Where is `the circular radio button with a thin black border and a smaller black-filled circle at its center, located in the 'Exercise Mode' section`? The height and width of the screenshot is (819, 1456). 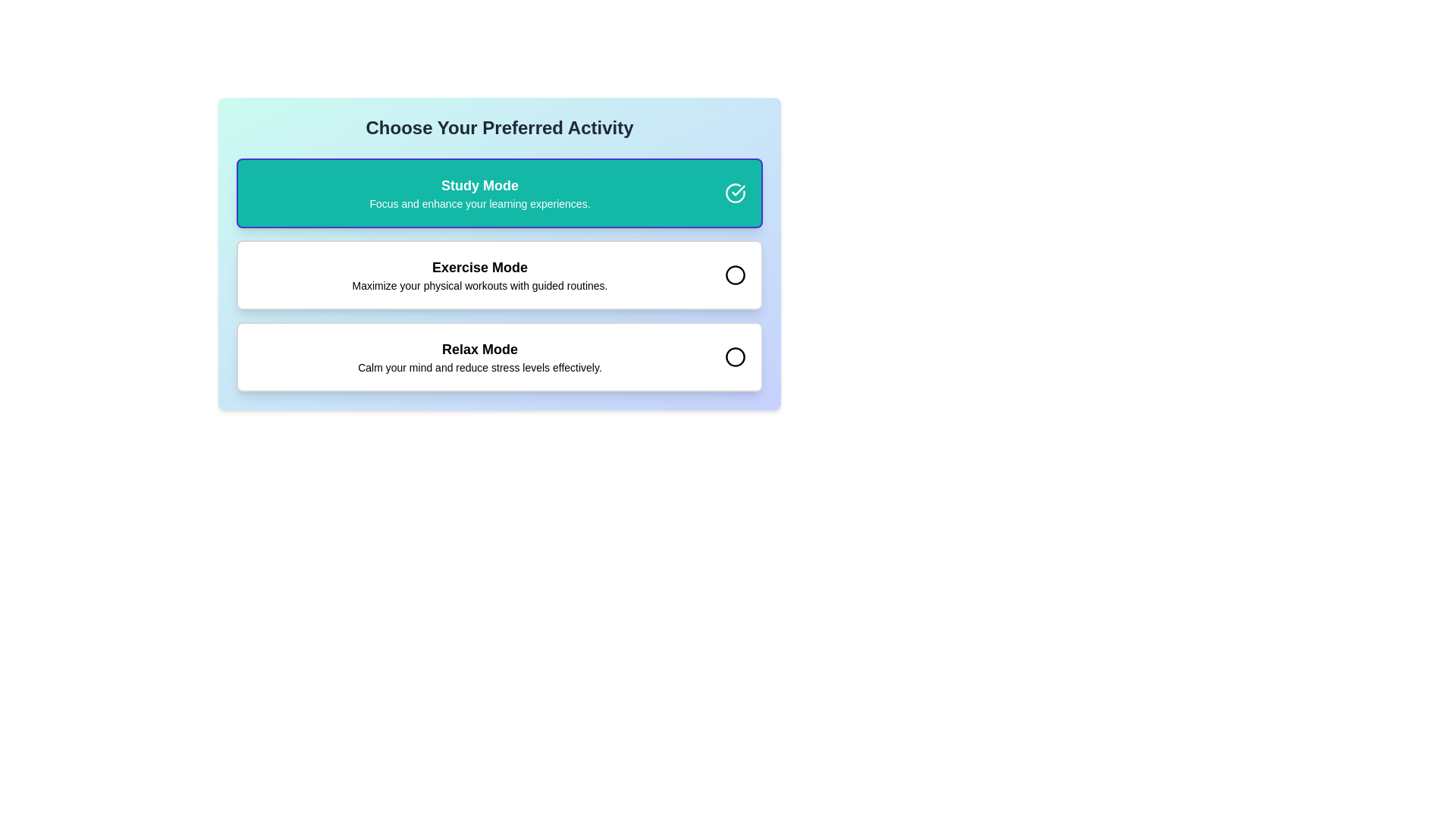 the circular radio button with a thin black border and a smaller black-filled circle at its center, located in the 'Exercise Mode' section is located at coordinates (735, 275).